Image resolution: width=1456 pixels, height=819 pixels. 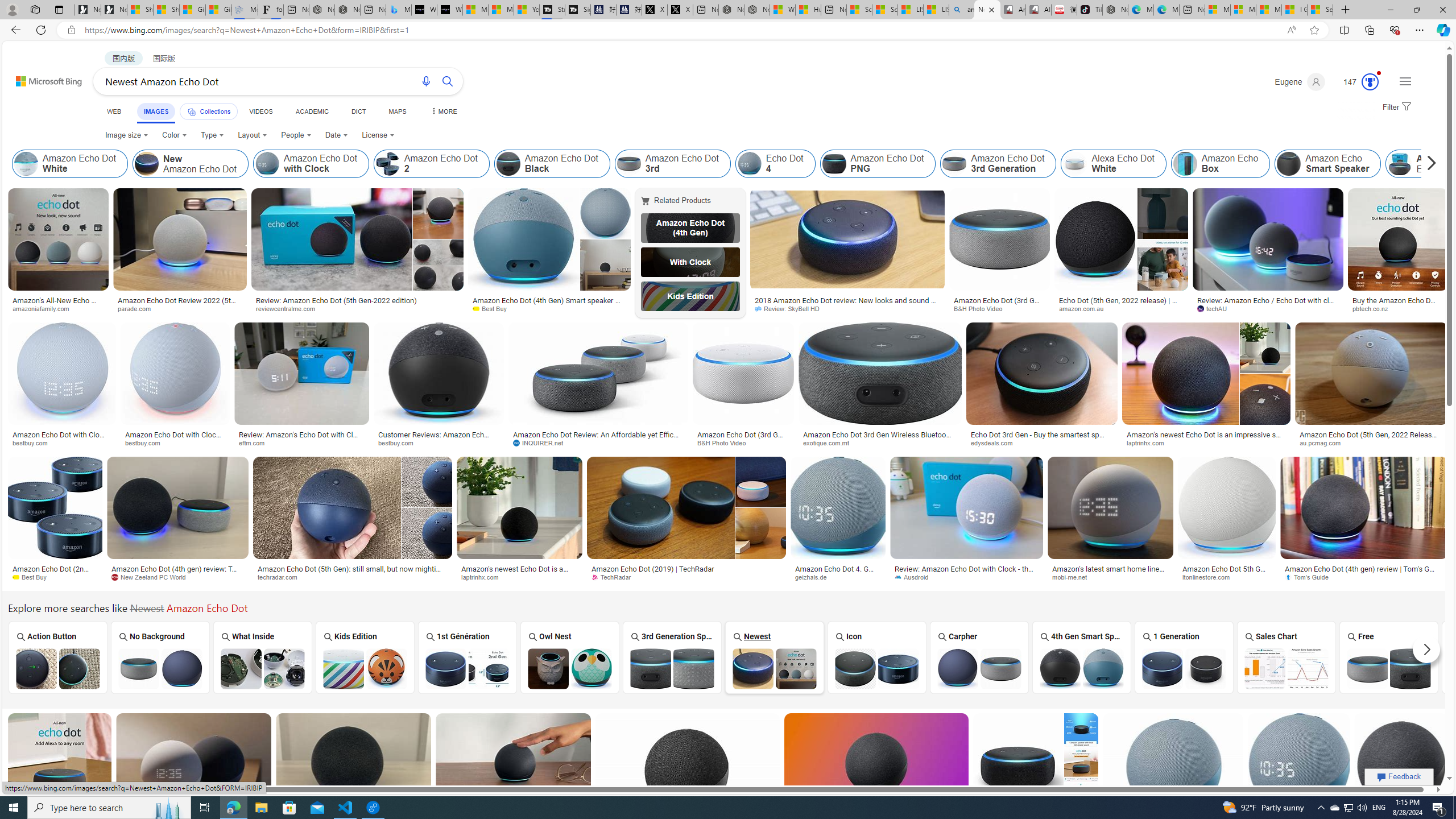 What do you see at coordinates (1426, 163) in the screenshot?
I see `'Class: item col'` at bounding box center [1426, 163].